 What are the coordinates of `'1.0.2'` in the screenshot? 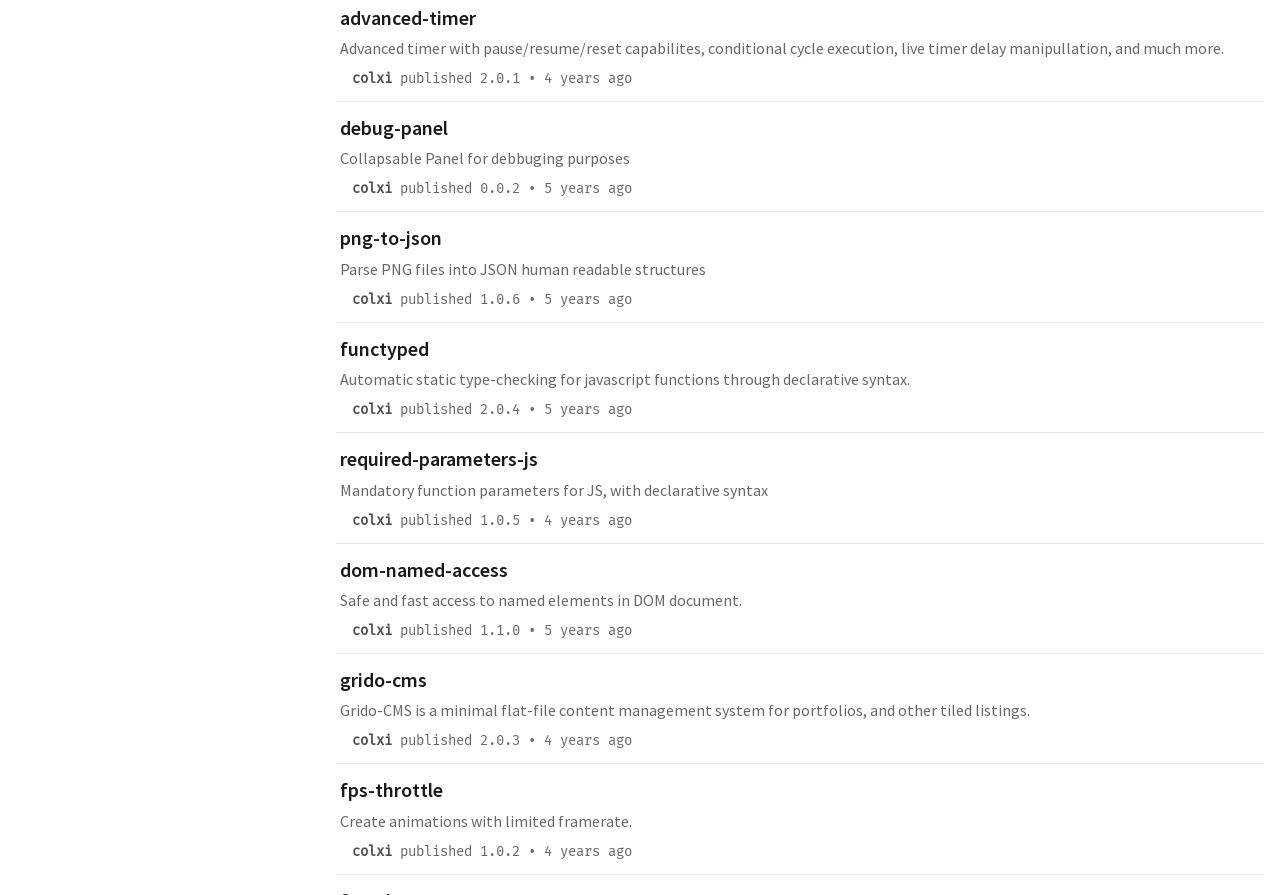 It's located at (499, 849).